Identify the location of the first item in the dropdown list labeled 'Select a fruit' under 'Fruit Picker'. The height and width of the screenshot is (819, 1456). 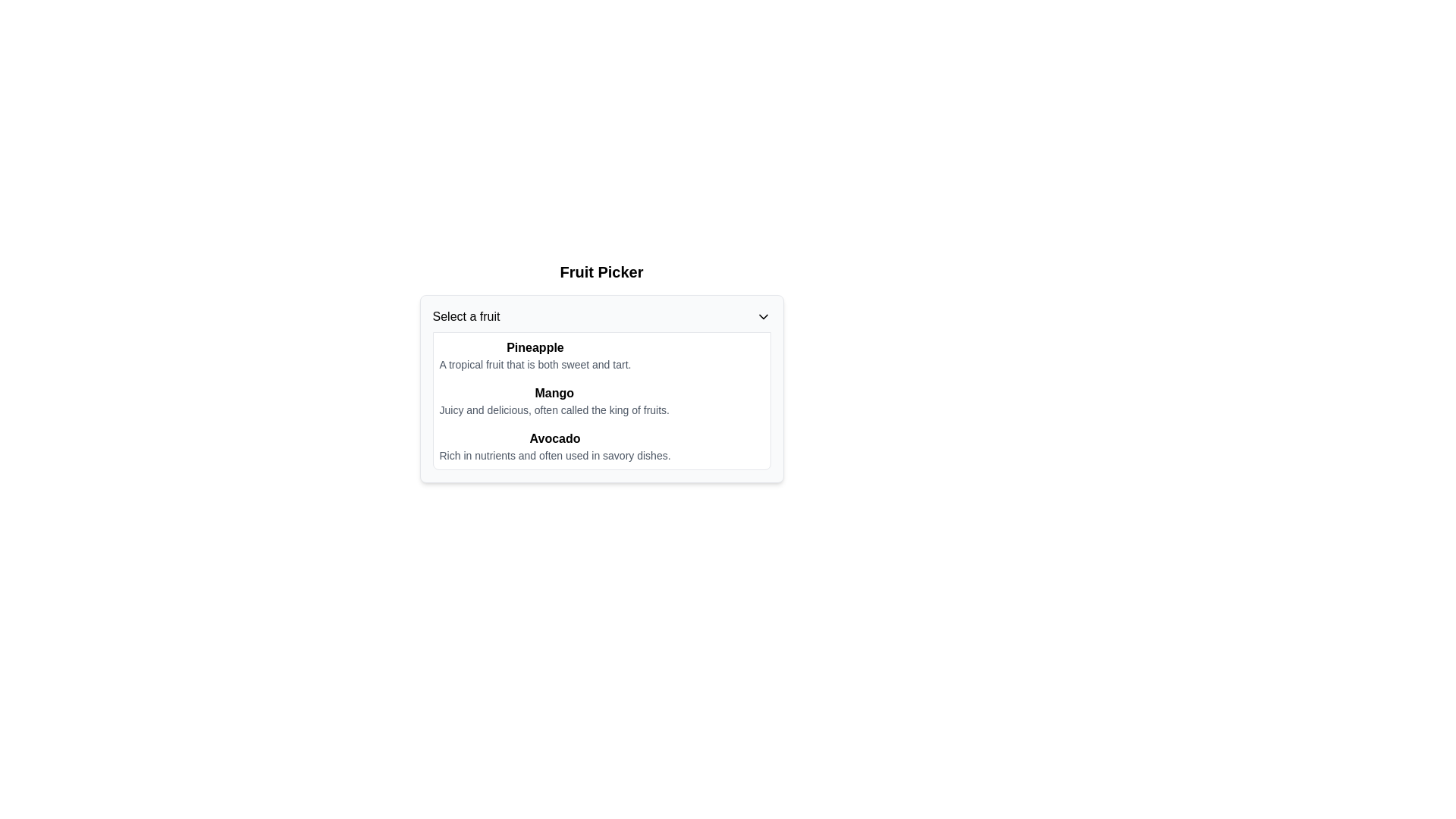
(535, 356).